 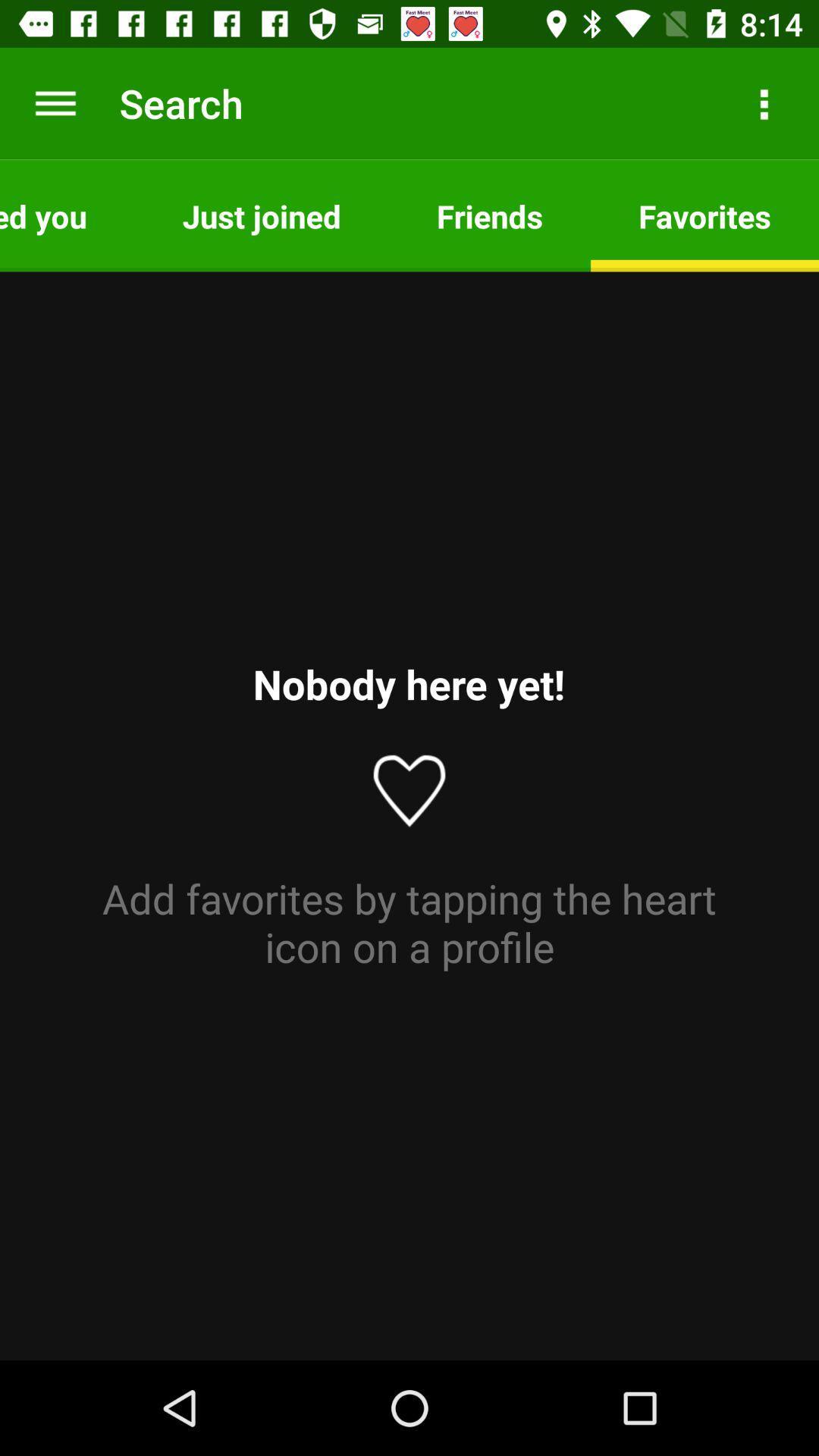 I want to click on the liked you, so click(x=66, y=215).